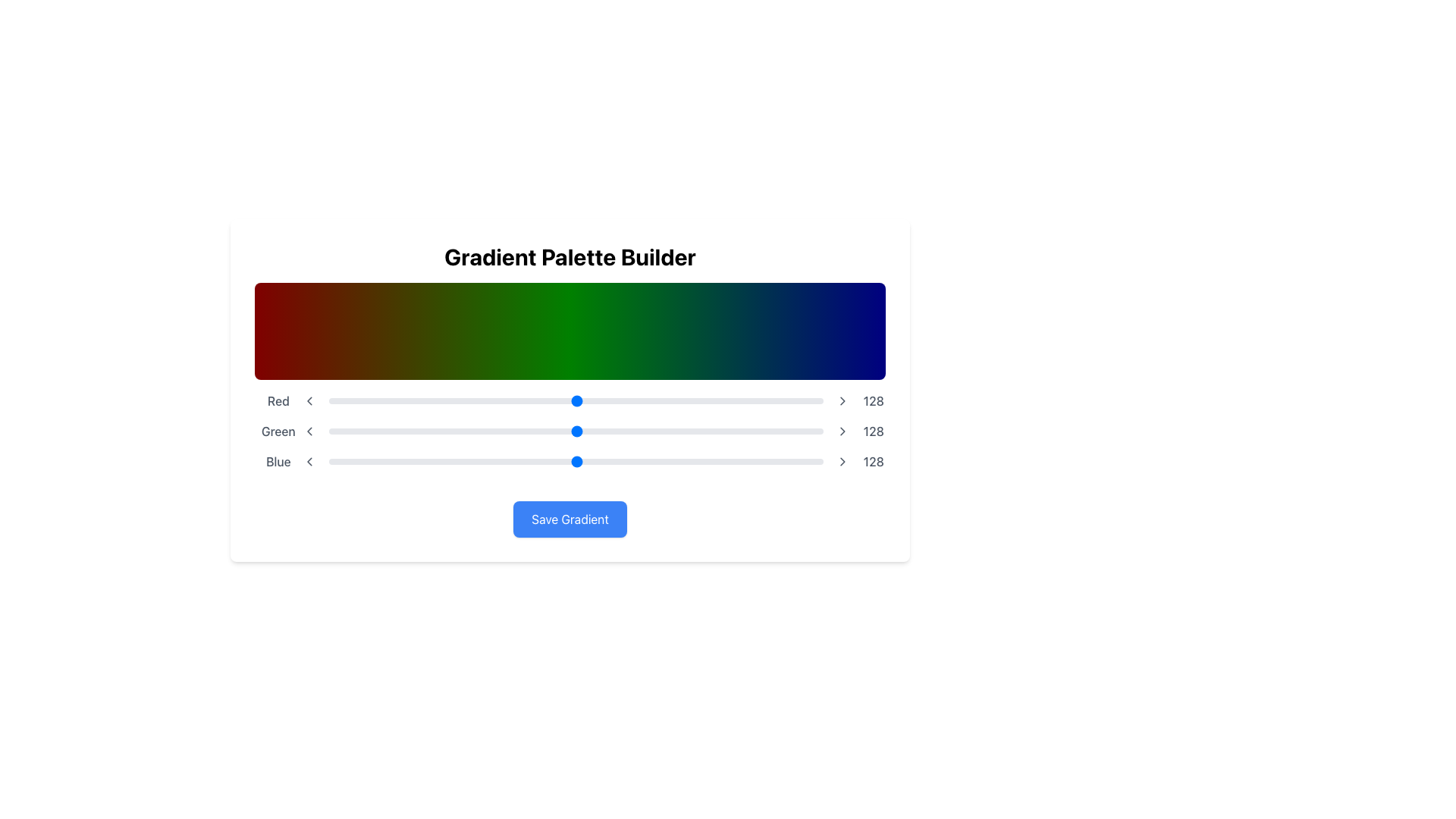  What do you see at coordinates (570, 461) in the screenshot?
I see `the third color adjustment range slider which adjusts the intensity of the blue color component` at bounding box center [570, 461].